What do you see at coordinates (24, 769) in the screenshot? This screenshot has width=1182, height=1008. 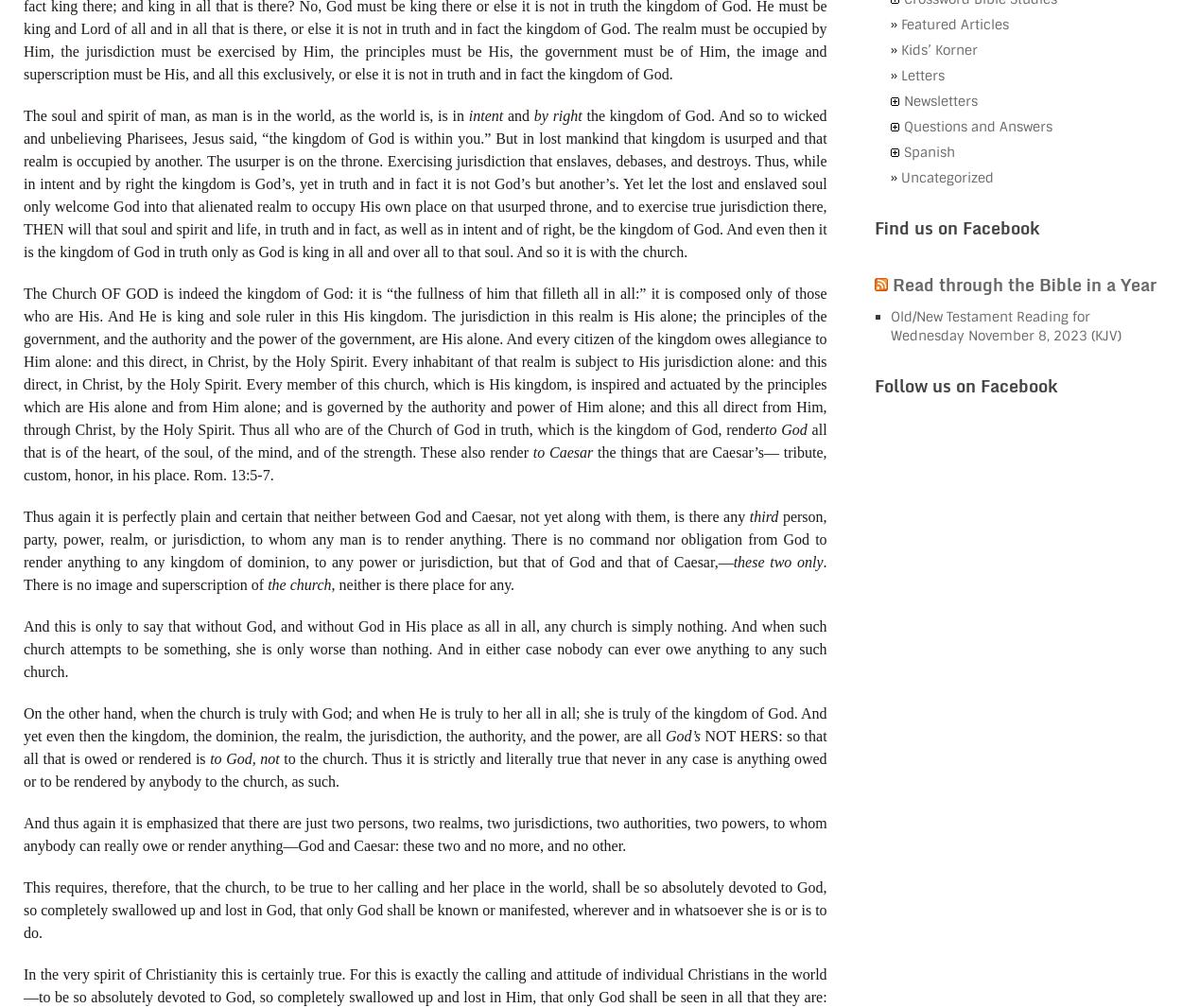 I see `'to the church. Thus it is strictly and literally true that never in any case is anything owed or to be rendered by anybody to the church, as such.'` at bounding box center [24, 769].